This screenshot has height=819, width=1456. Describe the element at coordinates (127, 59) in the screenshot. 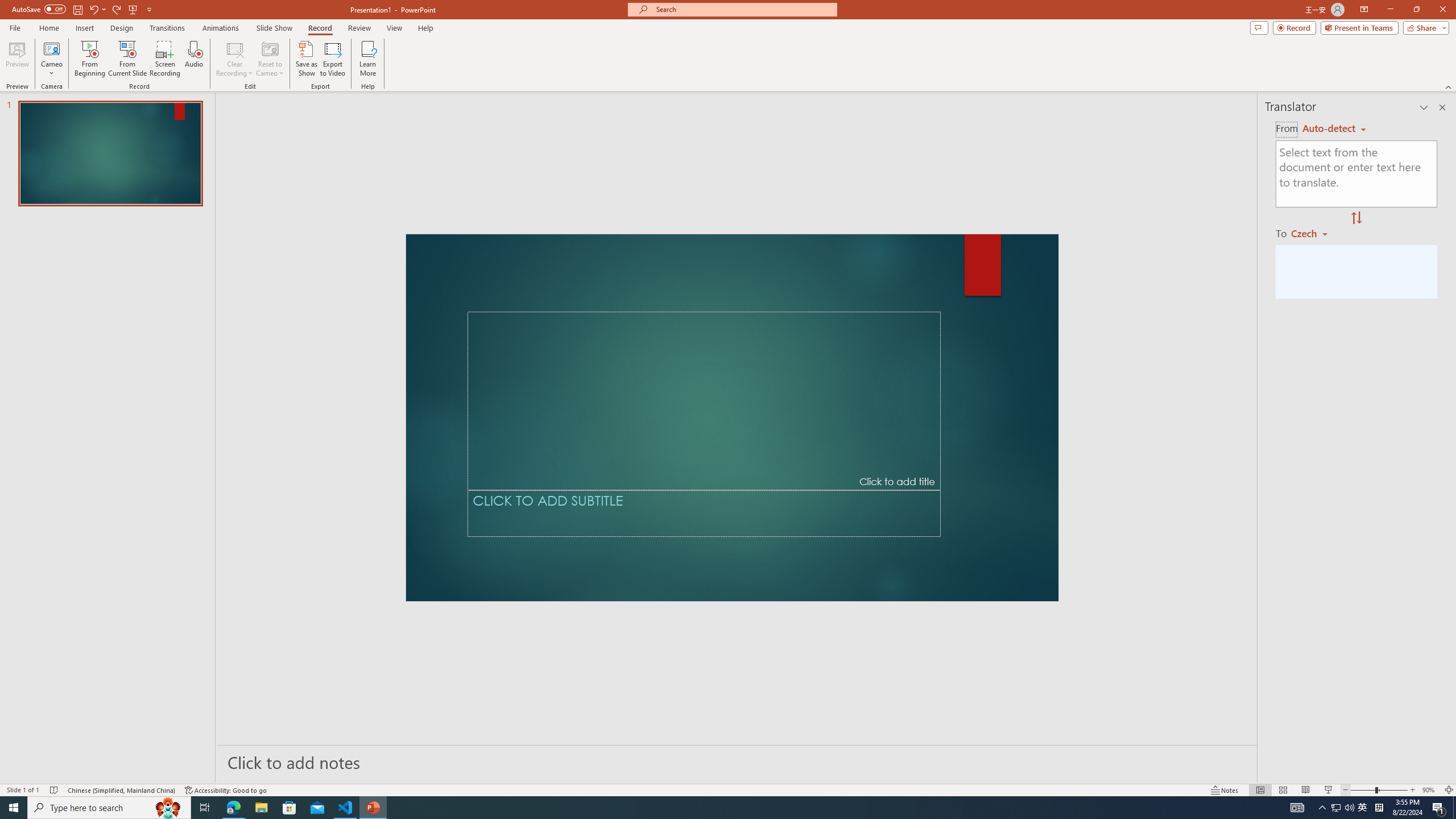

I see `'From Current Slide...'` at that location.